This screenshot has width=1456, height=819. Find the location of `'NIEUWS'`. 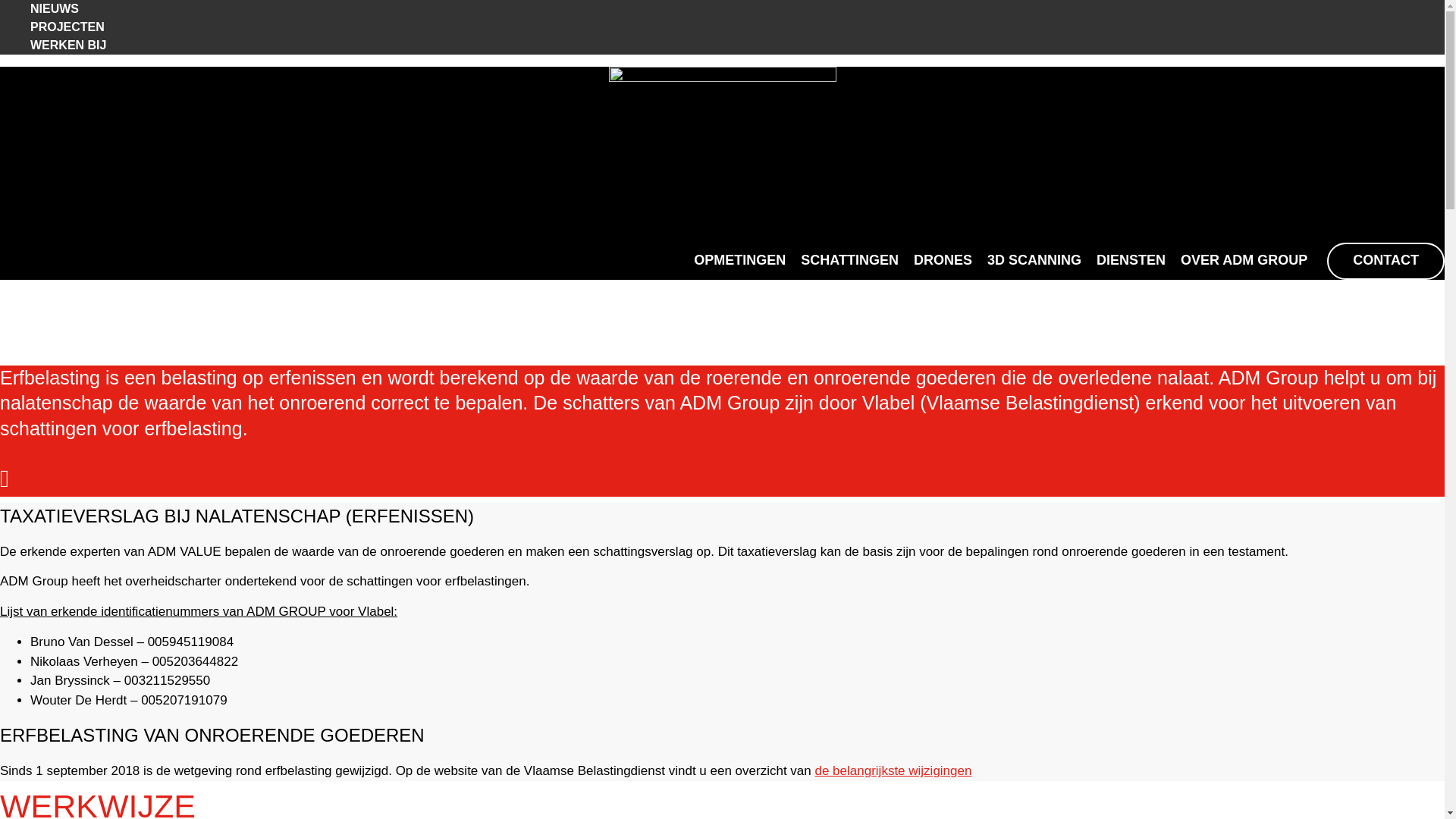

'NIEUWS' is located at coordinates (55, 8).